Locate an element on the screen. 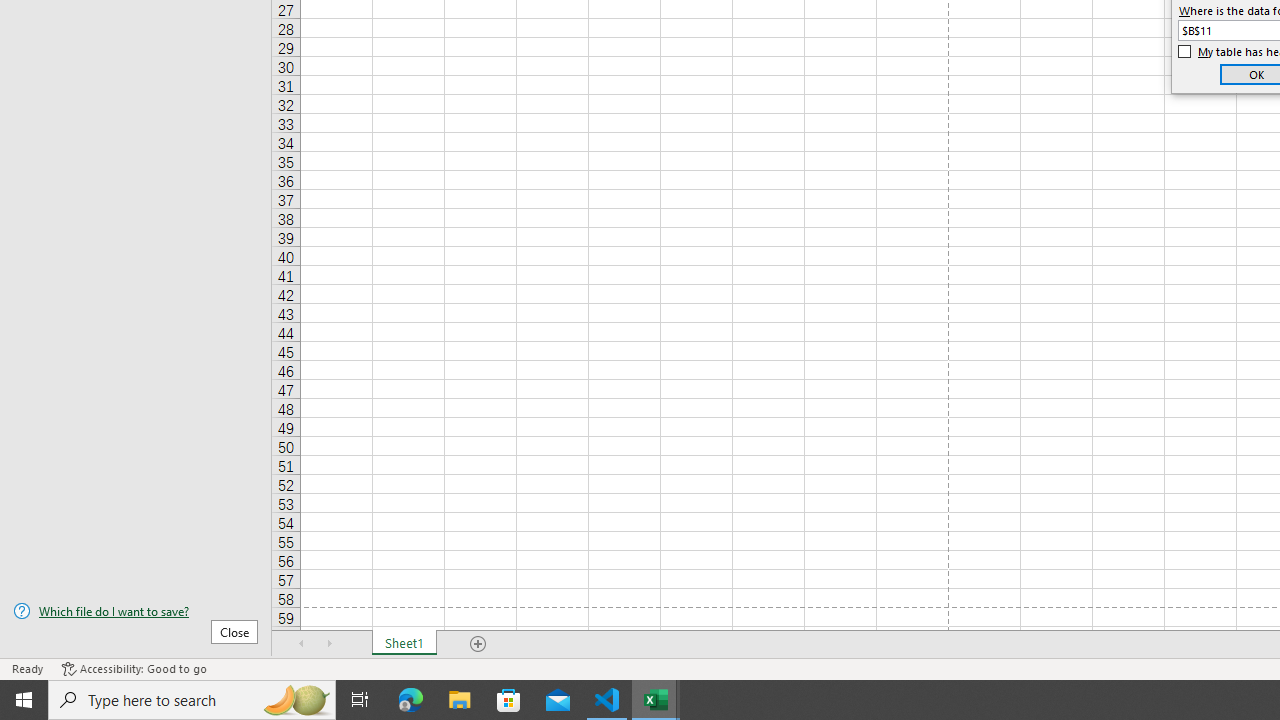 The width and height of the screenshot is (1280, 720). 'Scroll Right' is located at coordinates (330, 644).